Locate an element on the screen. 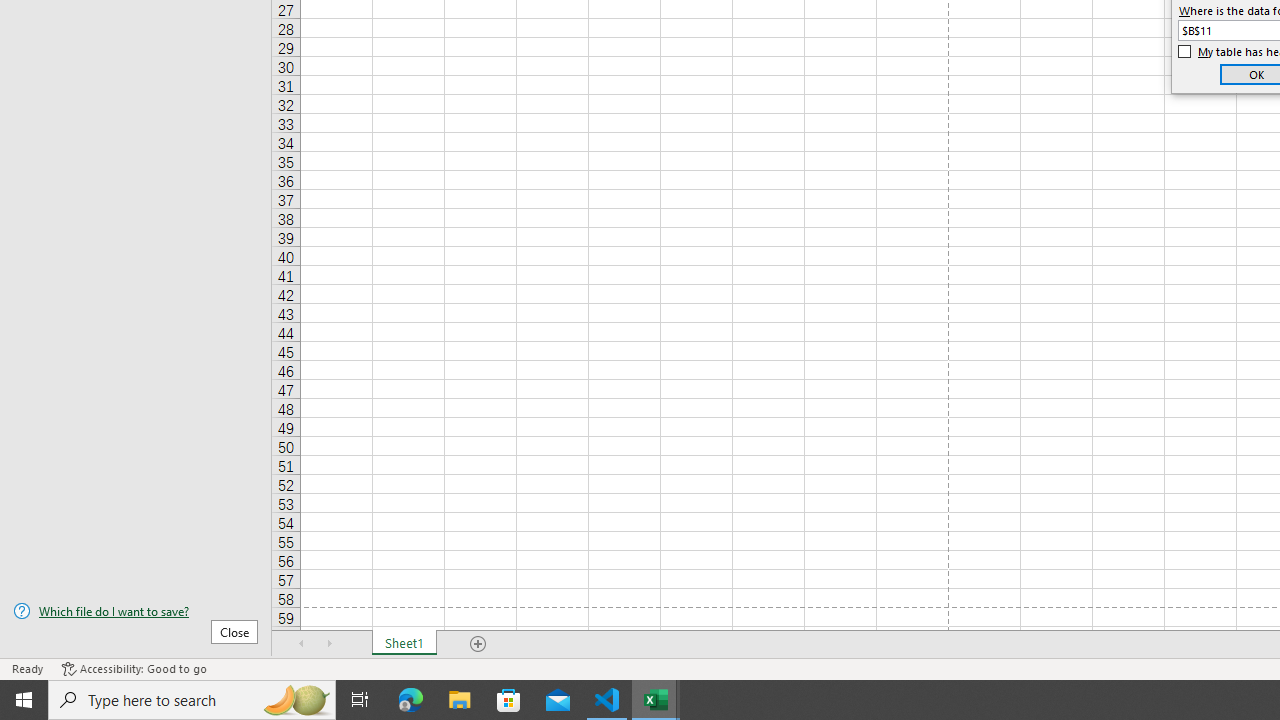 The width and height of the screenshot is (1280, 720). 'Scroll Right' is located at coordinates (330, 644).